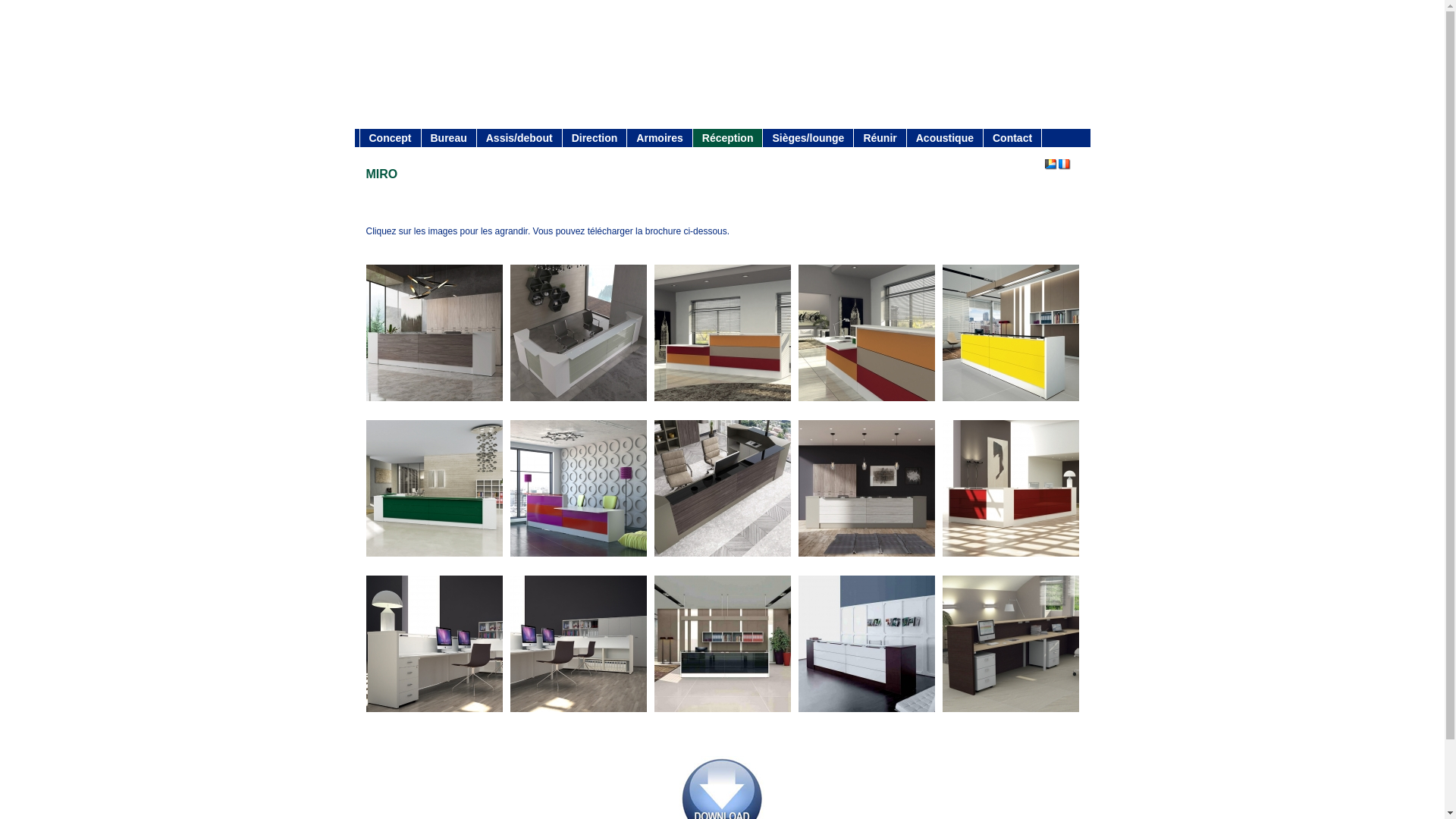  What do you see at coordinates (943, 137) in the screenshot?
I see `'Acoustique'` at bounding box center [943, 137].